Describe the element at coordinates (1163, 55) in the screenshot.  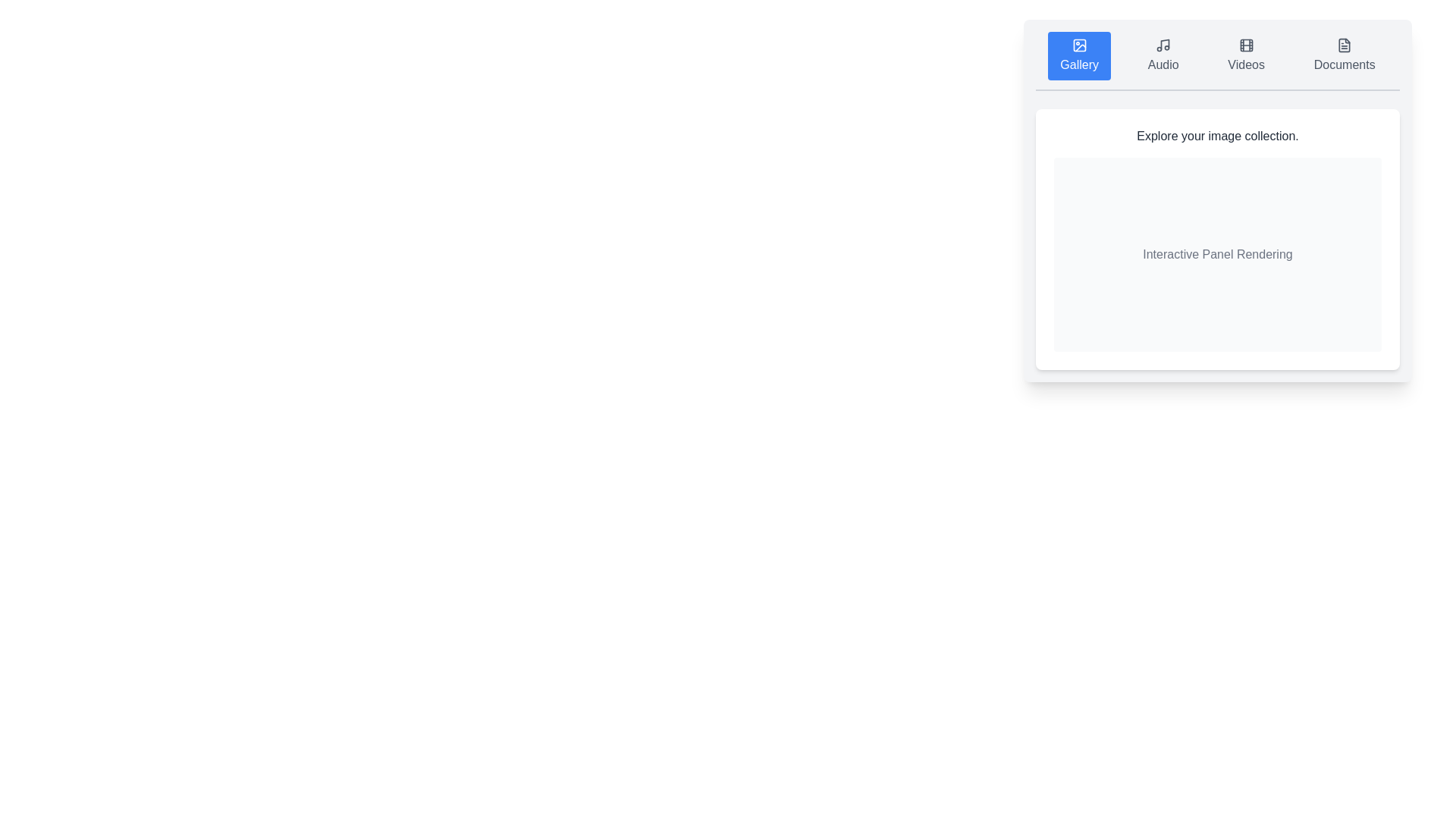
I see `the 'Audio' tab to switch to the music library view` at that location.